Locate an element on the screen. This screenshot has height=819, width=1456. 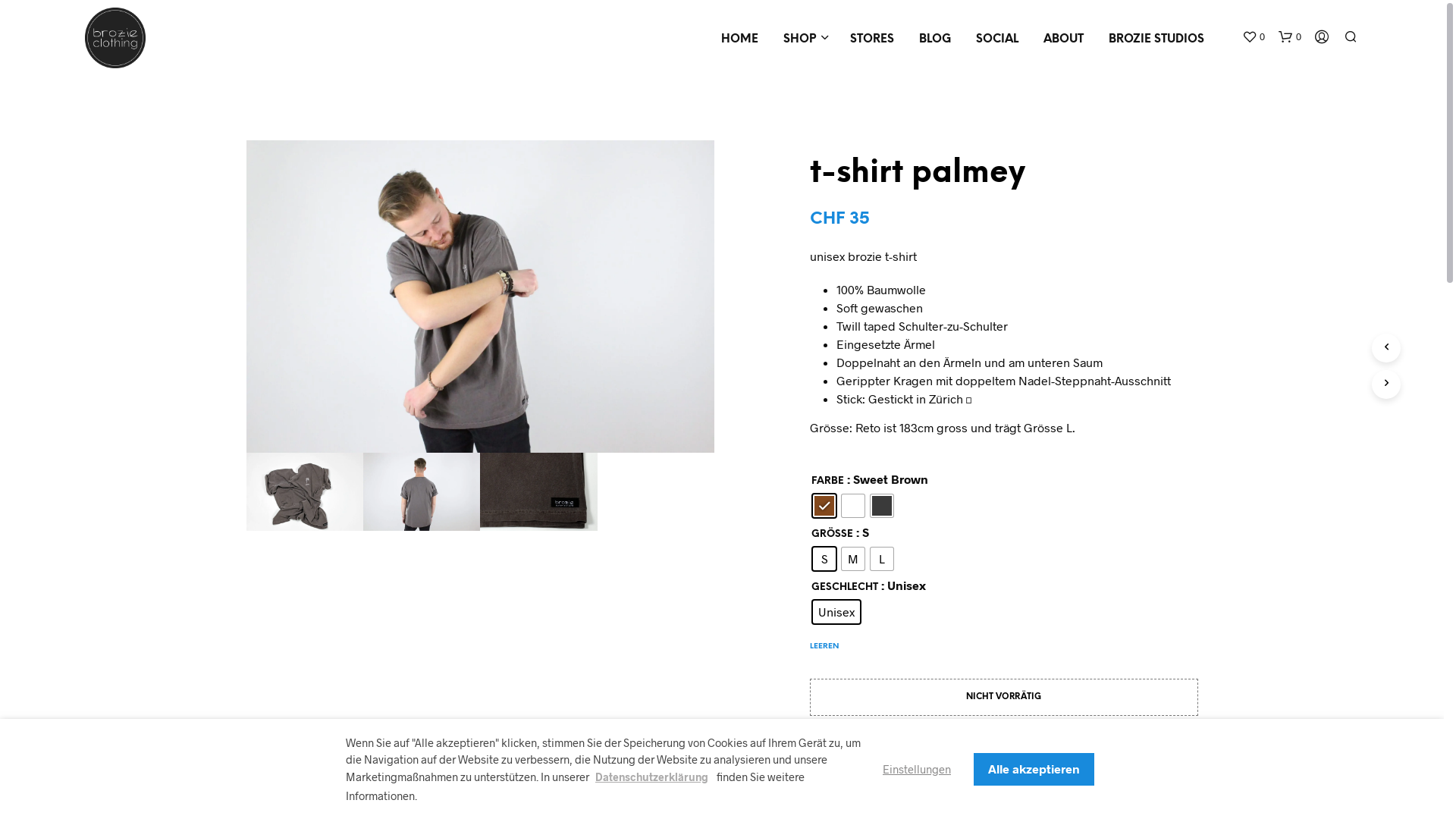
'BROZIE STUDIOS' is located at coordinates (1156, 39).